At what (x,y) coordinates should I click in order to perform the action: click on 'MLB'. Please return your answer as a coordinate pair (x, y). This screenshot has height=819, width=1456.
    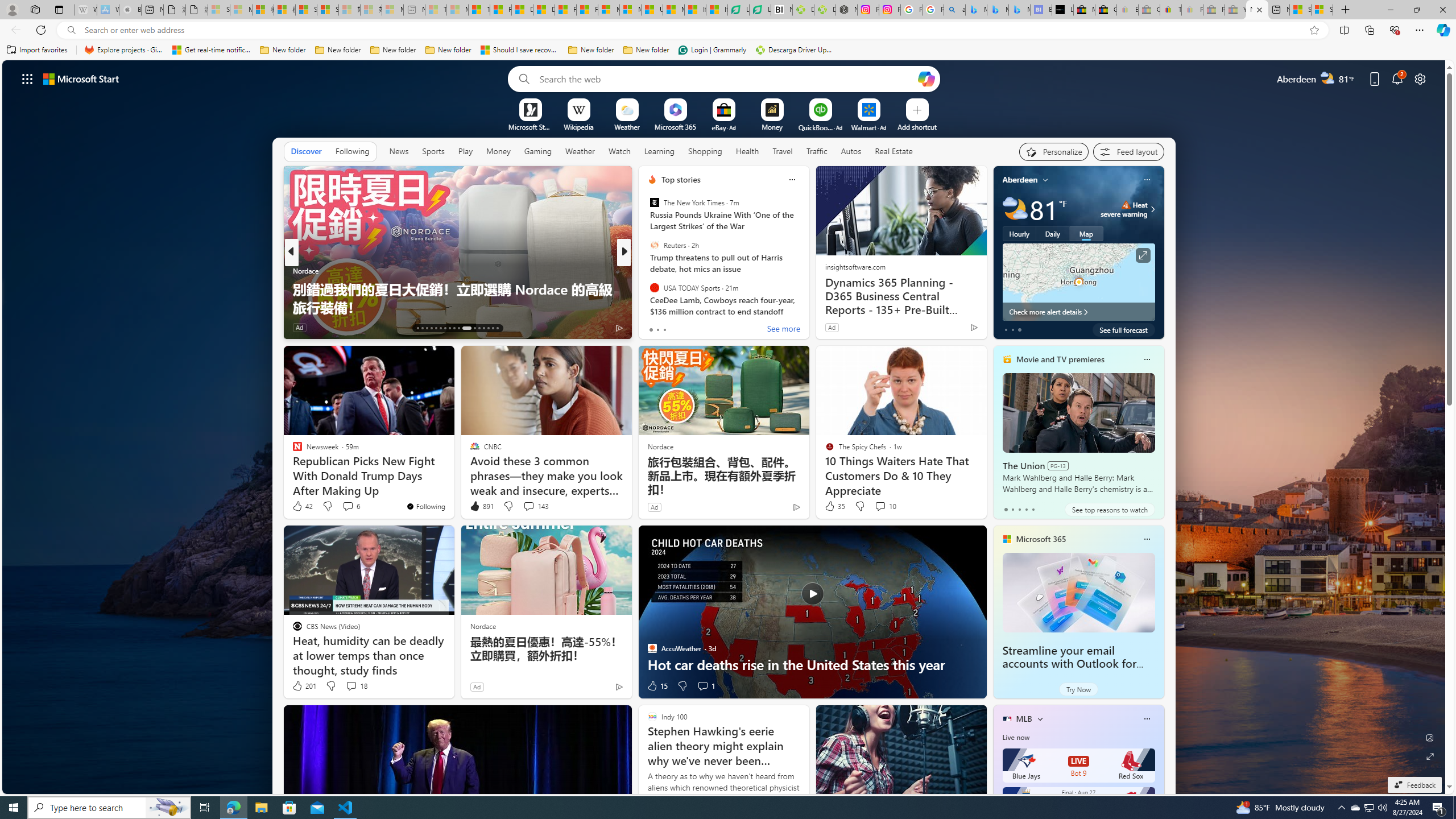
    Looking at the image, I should click on (1023, 718).